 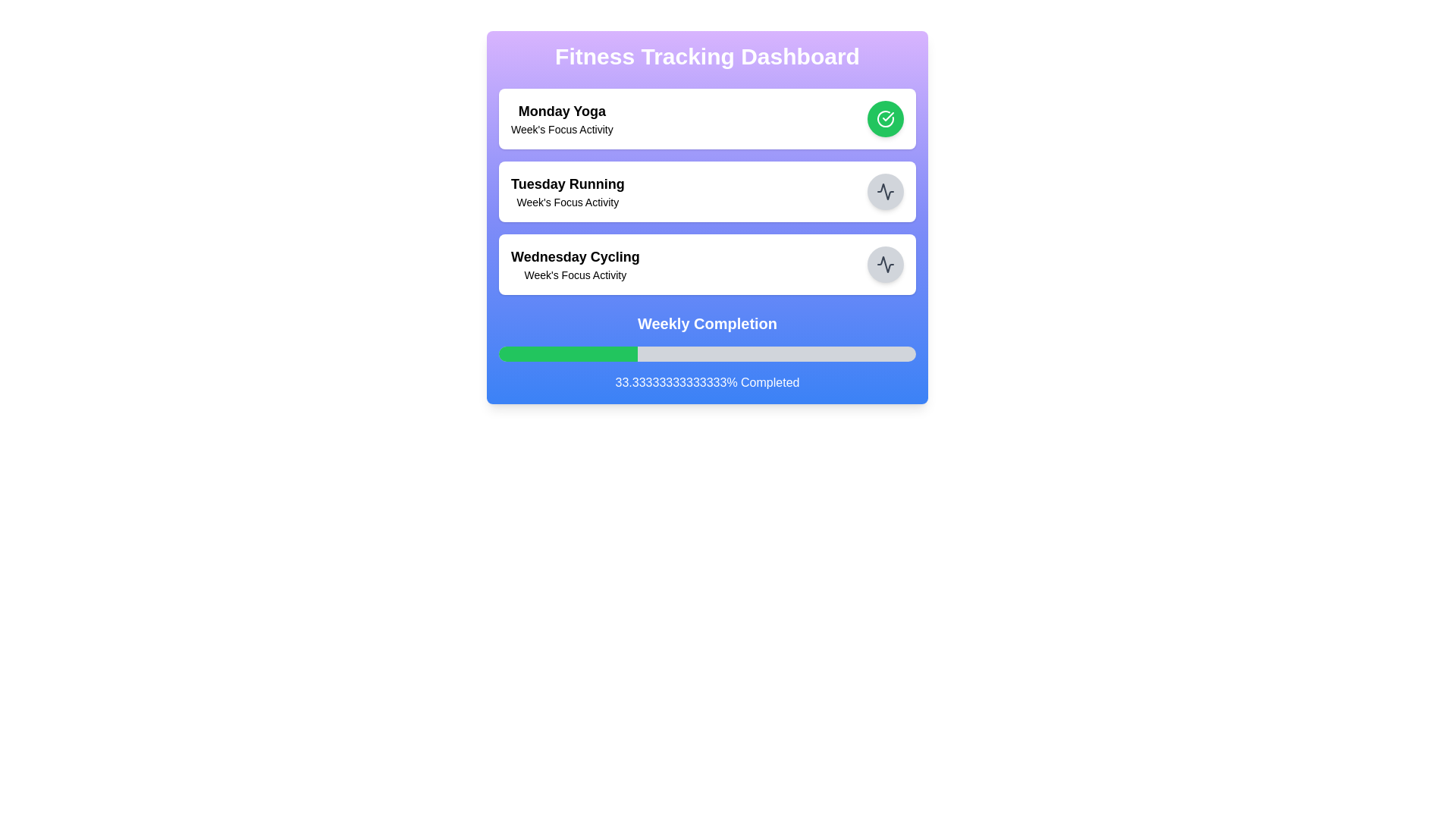 I want to click on the text label displaying '33.33333333333333% Completed', which is positioned below the progress bar in the 'Weekly Completion' section, so click(x=706, y=382).